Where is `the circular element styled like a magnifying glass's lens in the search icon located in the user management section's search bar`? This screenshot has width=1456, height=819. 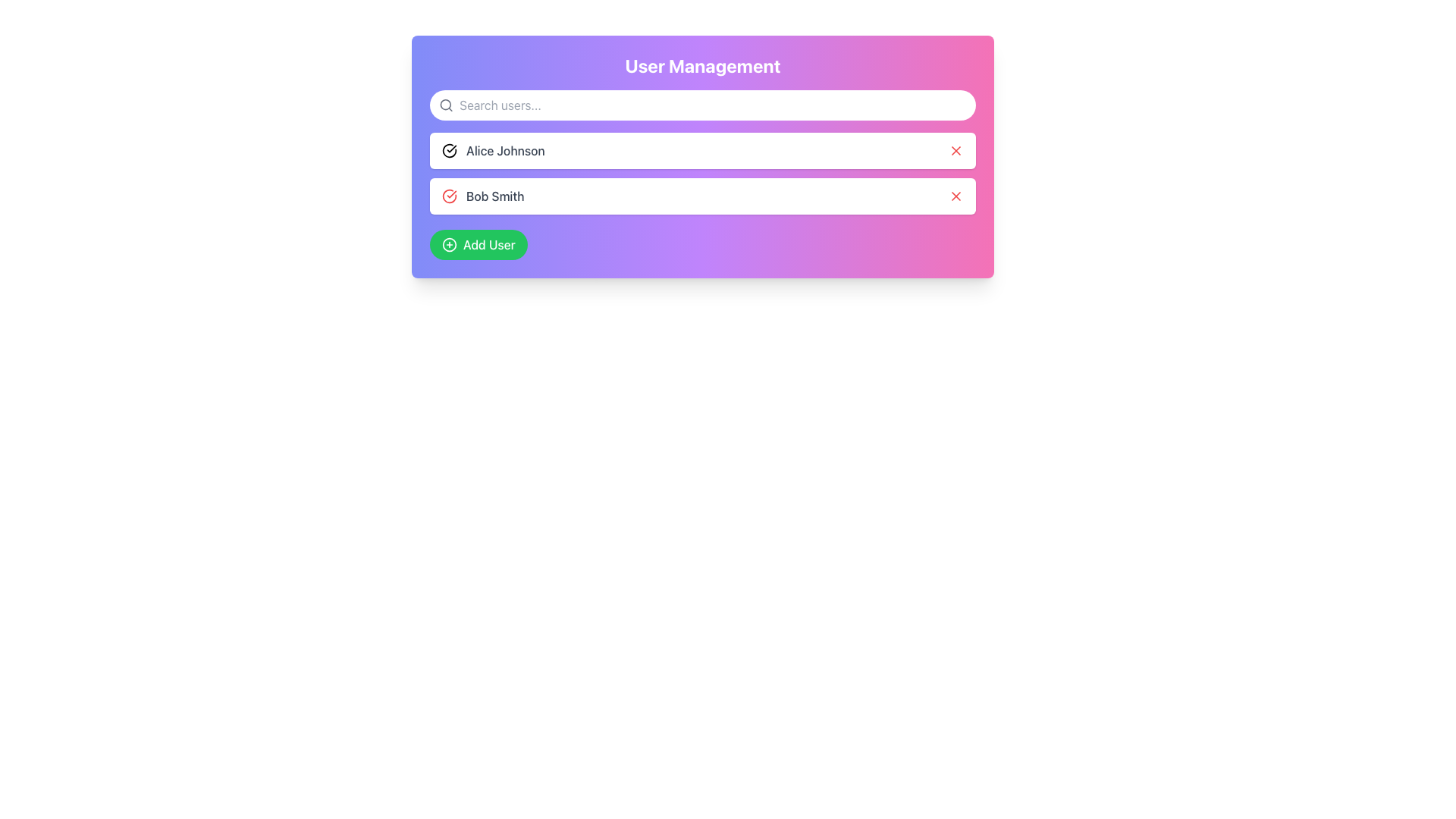 the circular element styled like a magnifying glass's lens in the search icon located in the user management section's search bar is located at coordinates (444, 104).